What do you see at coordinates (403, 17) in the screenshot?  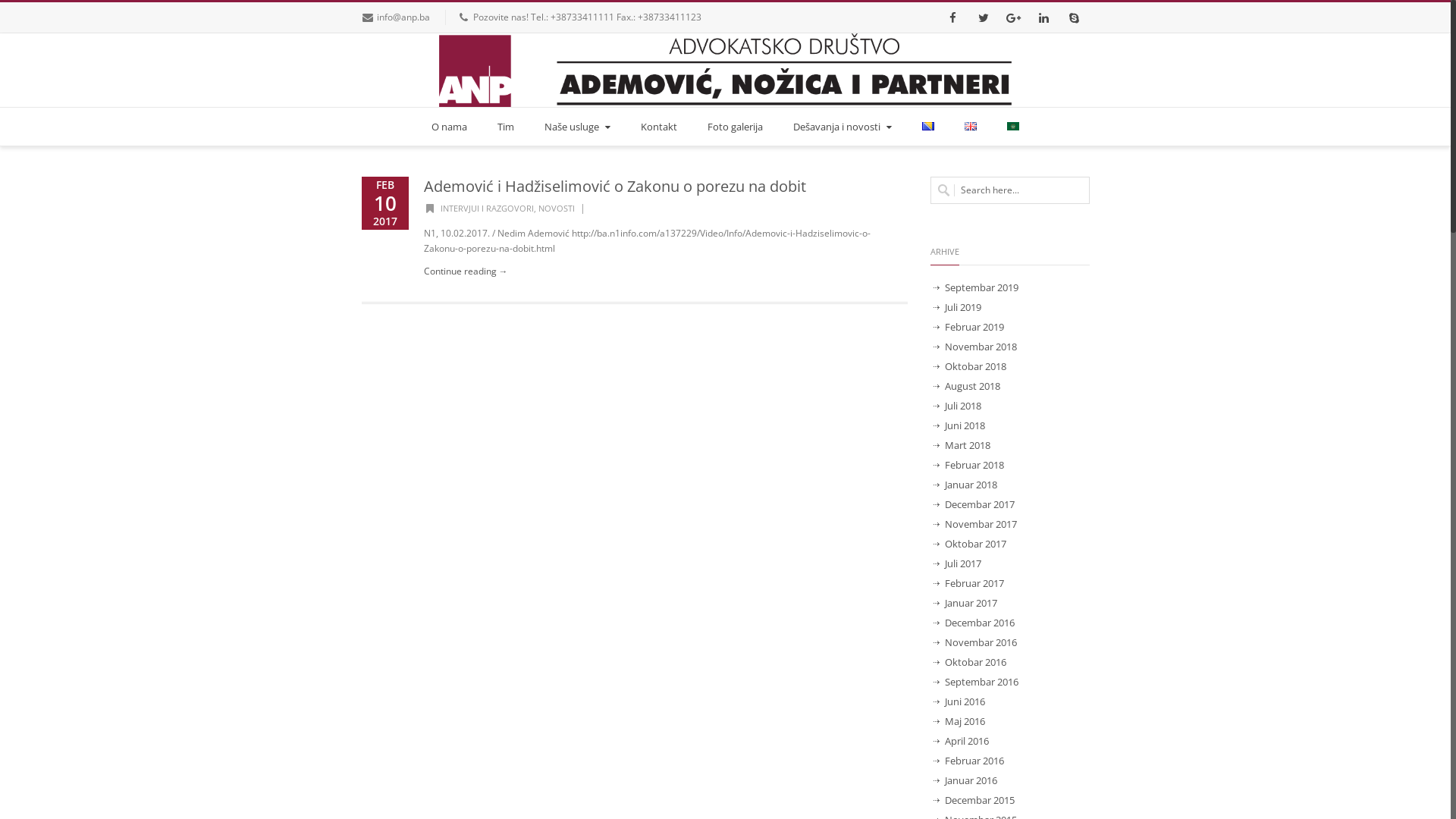 I see `'info@anp.ba'` at bounding box center [403, 17].